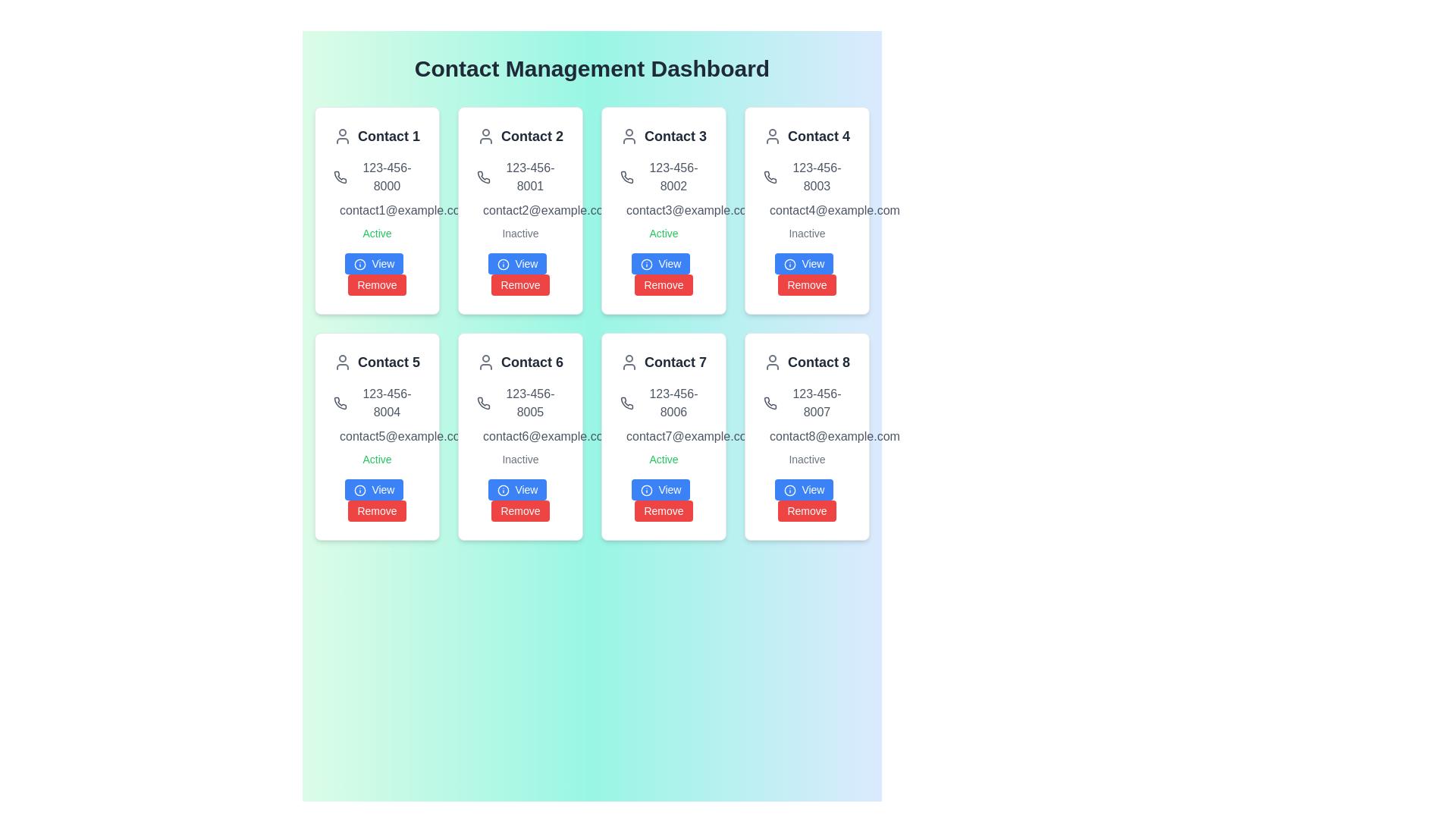 Image resolution: width=1456 pixels, height=819 pixels. Describe the element at coordinates (503, 264) in the screenshot. I see `circular icon with an information symbol inside, which is styled with a blue border and located within the blue 'View' button in the second contact card (Contact 2) from the left` at that location.